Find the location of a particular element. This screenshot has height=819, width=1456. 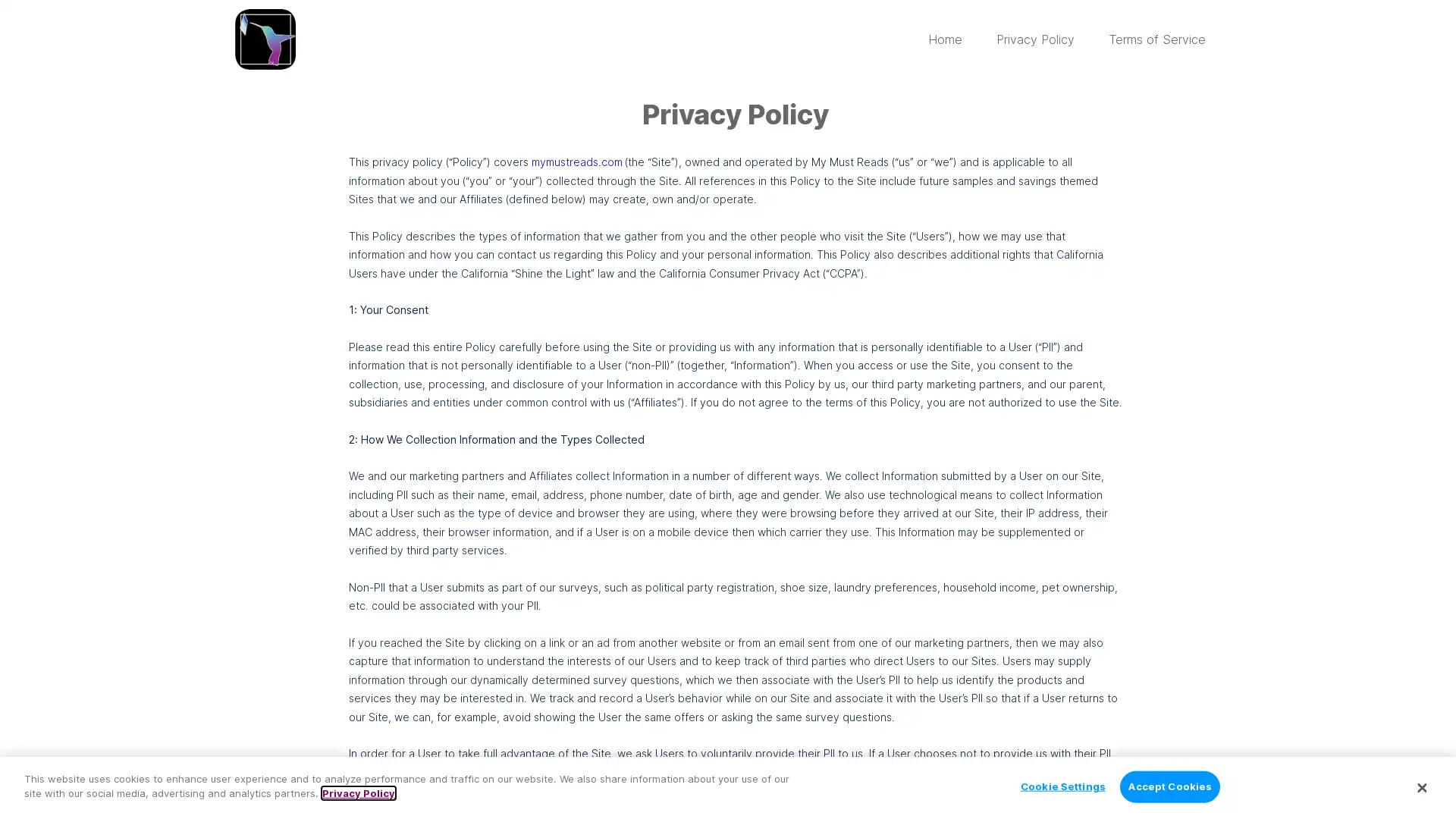

Cookie Settings is located at coordinates (1058, 786).